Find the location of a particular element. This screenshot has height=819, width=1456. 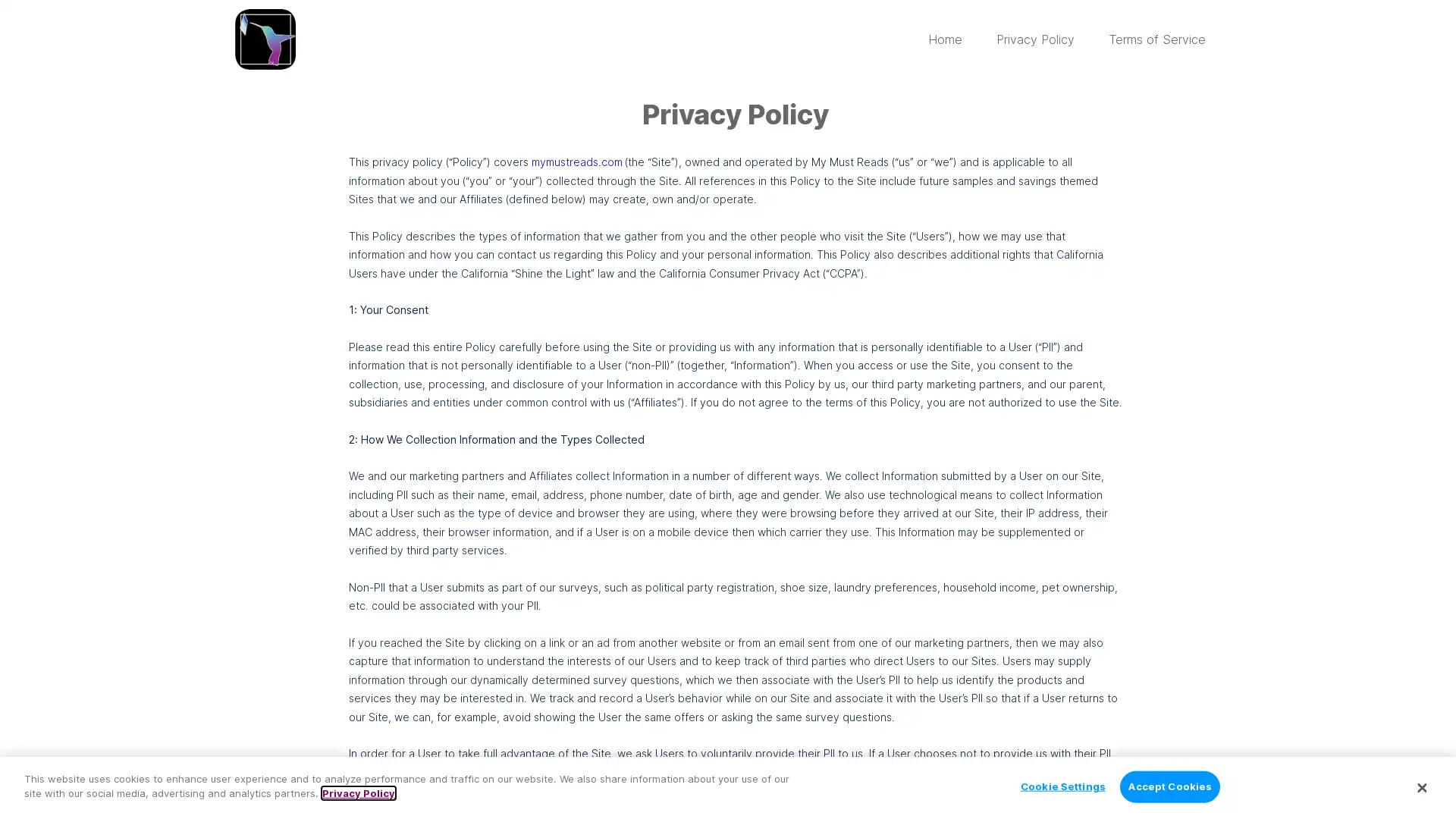

Cookie Settings is located at coordinates (1058, 786).